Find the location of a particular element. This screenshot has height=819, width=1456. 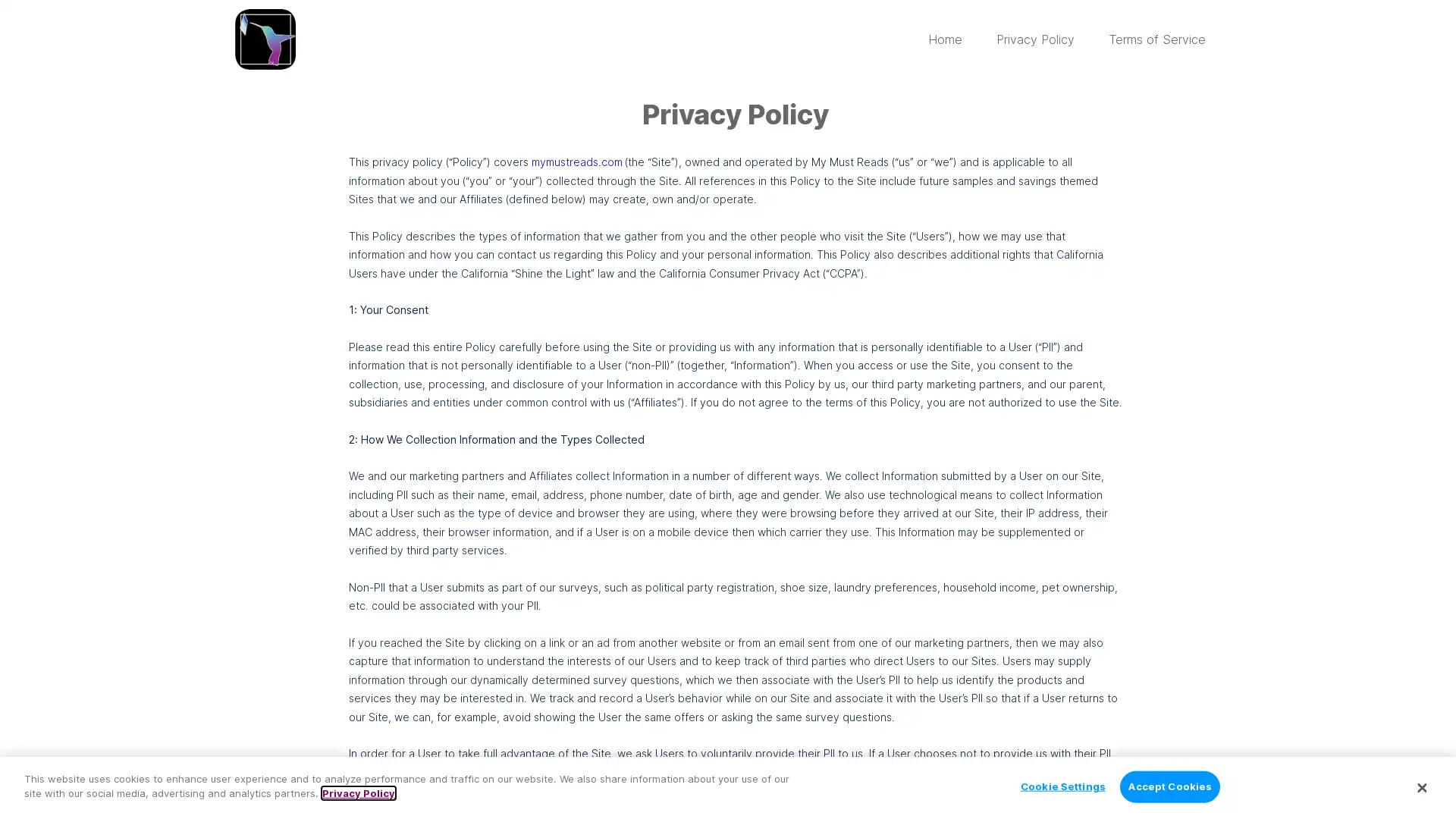

Cookie Settings is located at coordinates (1058, 786).